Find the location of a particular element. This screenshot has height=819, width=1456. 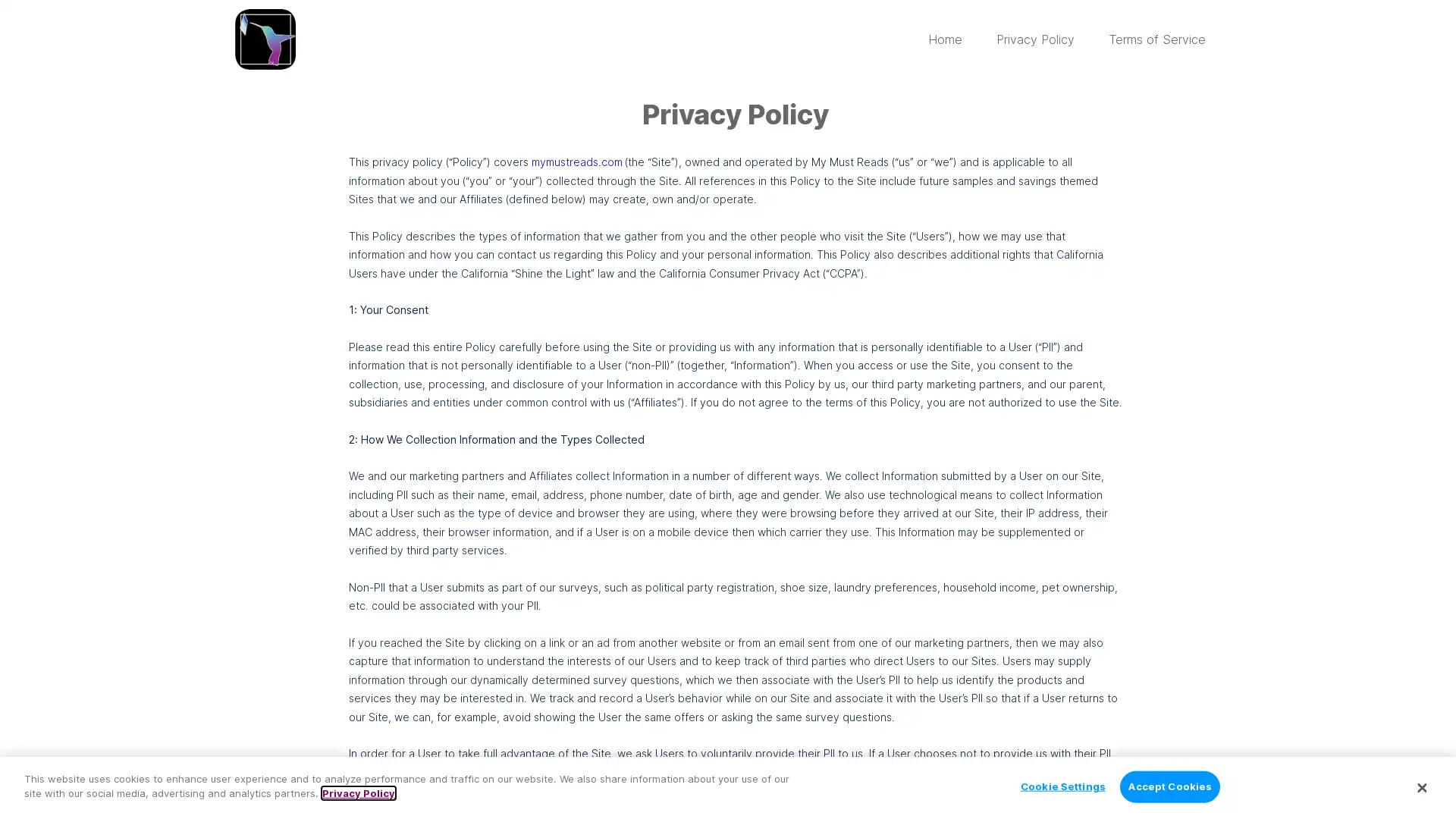

Cookie Settings is located at coordinates (1058, 786).